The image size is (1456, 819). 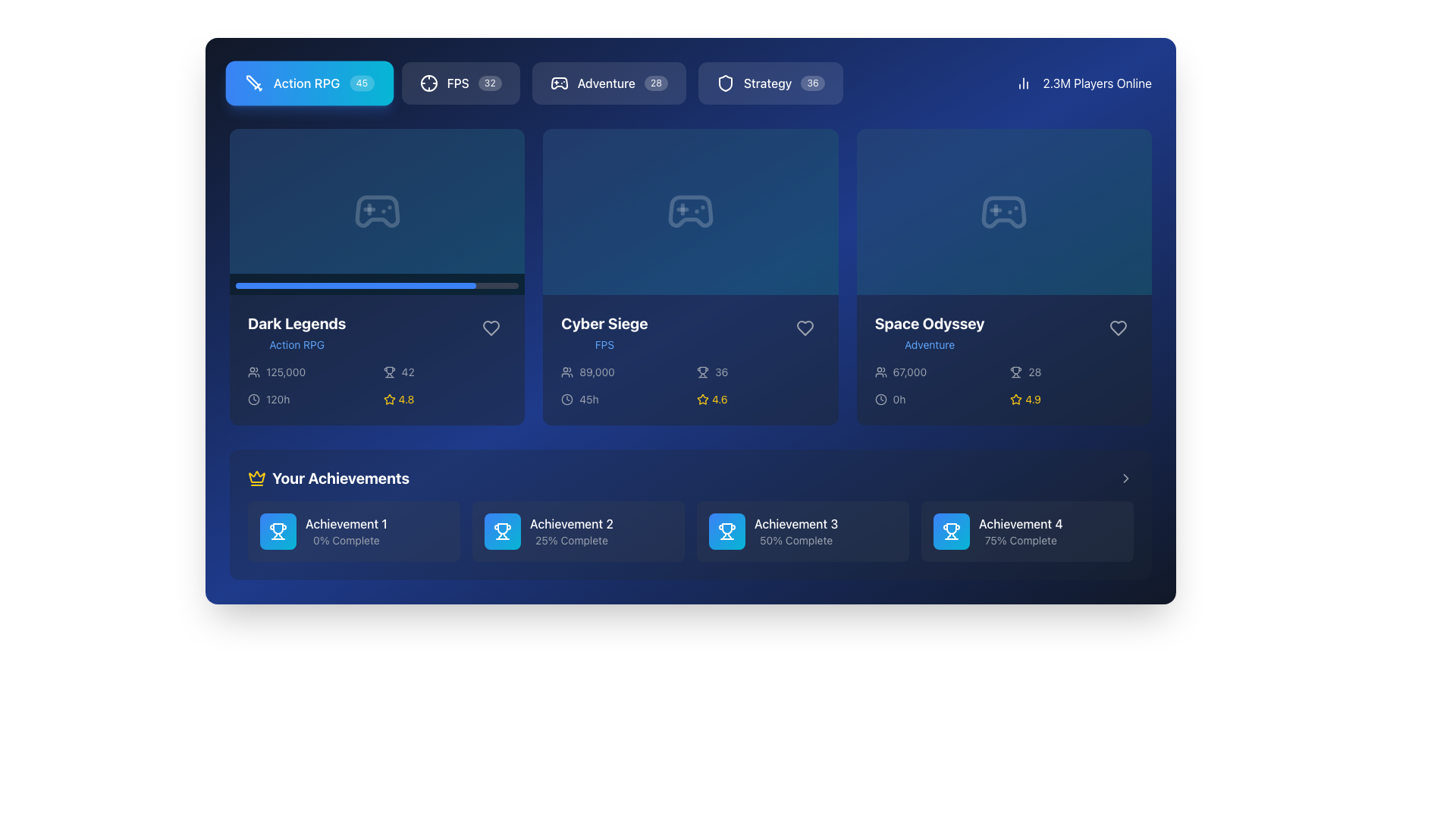 What do you see at coordinates (1032, 399) in the screenshot?
I see `the yellow-colored text label displaying '4.9' located next to the star icon in the 'Space Odyssey' section` at bounding box center [1032, 399].